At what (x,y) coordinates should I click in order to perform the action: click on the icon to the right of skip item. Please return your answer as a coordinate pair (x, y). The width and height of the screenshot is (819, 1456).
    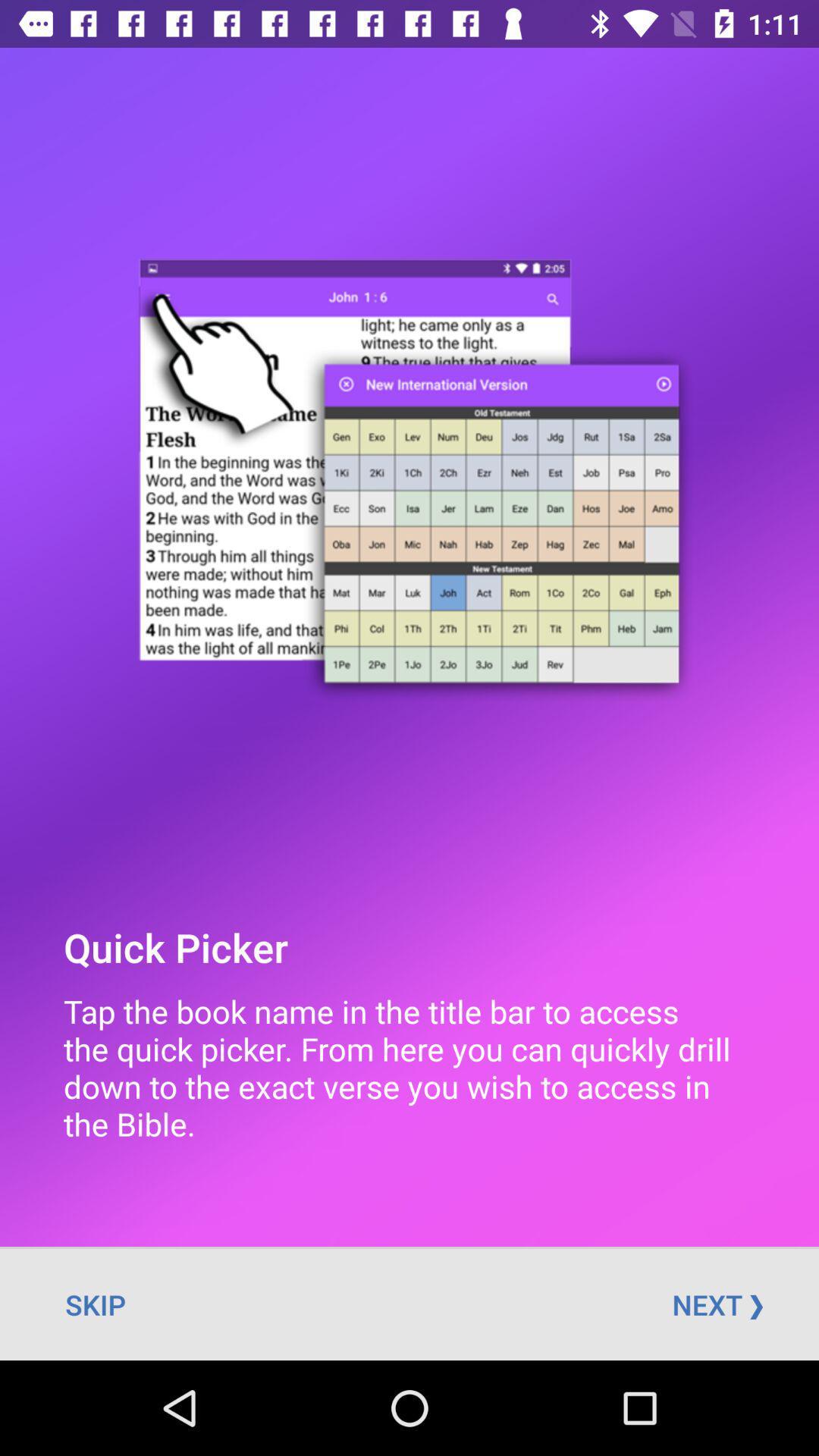
    Looking at the image, I should click on (717, 1304).